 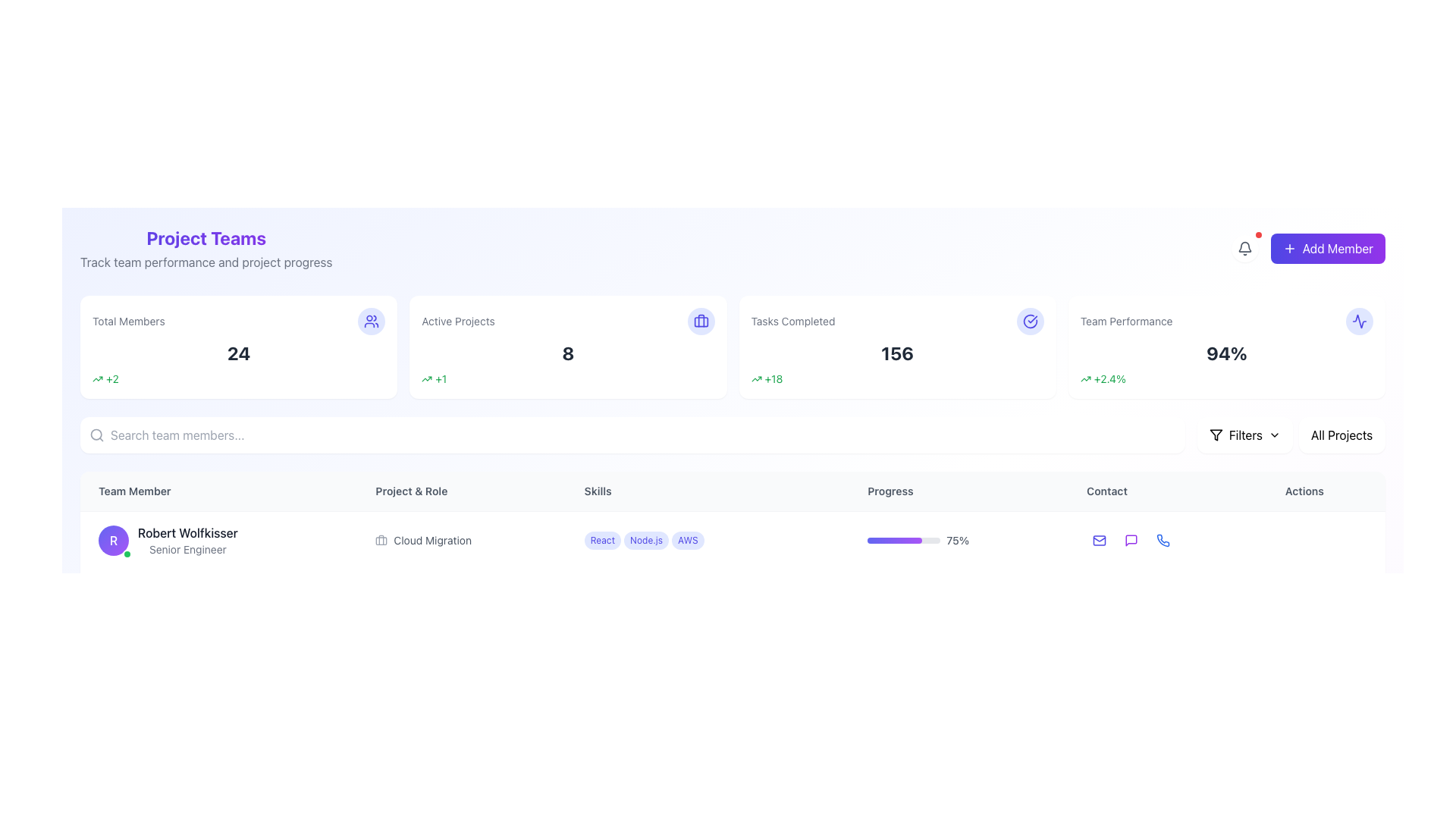 What do you see at coordinates (904, 540) in the screenshot?
I see `the visual progress indication of the Progress Bar located in the 'Progress' row, adjacent to the numeric percentage '75%'` at bounding box center [904, 540].